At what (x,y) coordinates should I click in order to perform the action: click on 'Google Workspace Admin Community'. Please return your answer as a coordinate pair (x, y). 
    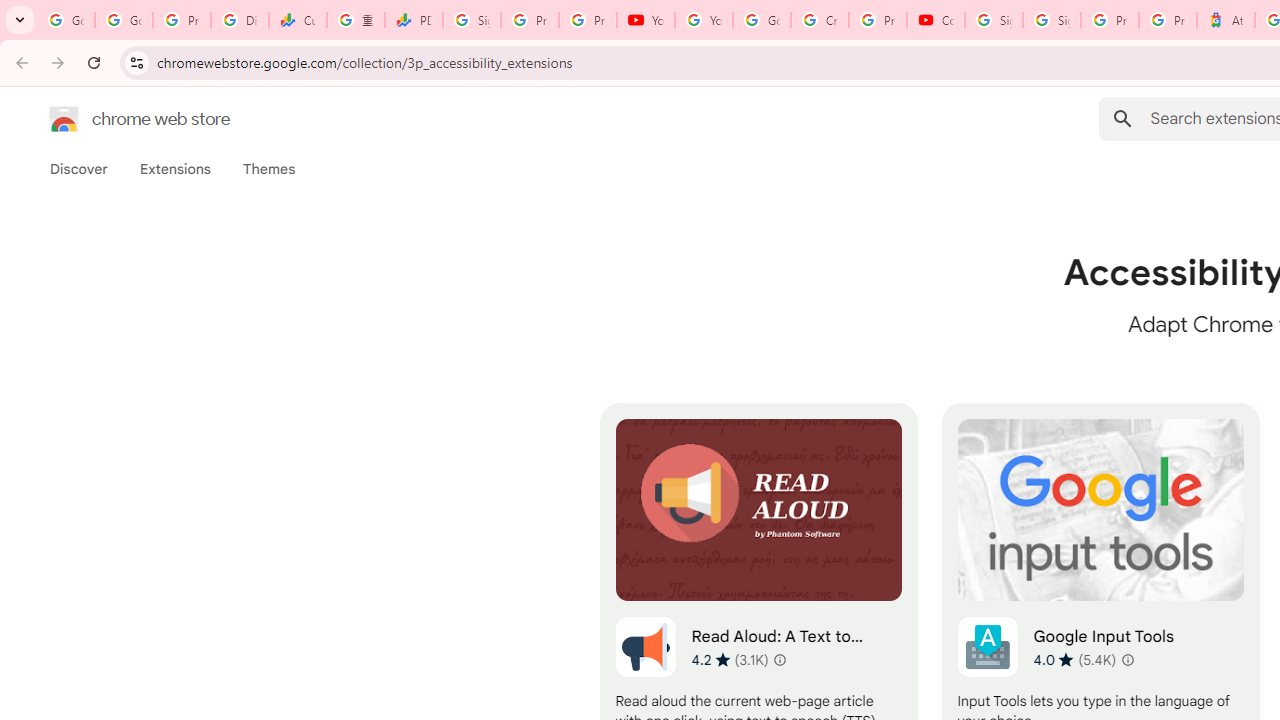
    Looking at the image, I should click on (65, 20).